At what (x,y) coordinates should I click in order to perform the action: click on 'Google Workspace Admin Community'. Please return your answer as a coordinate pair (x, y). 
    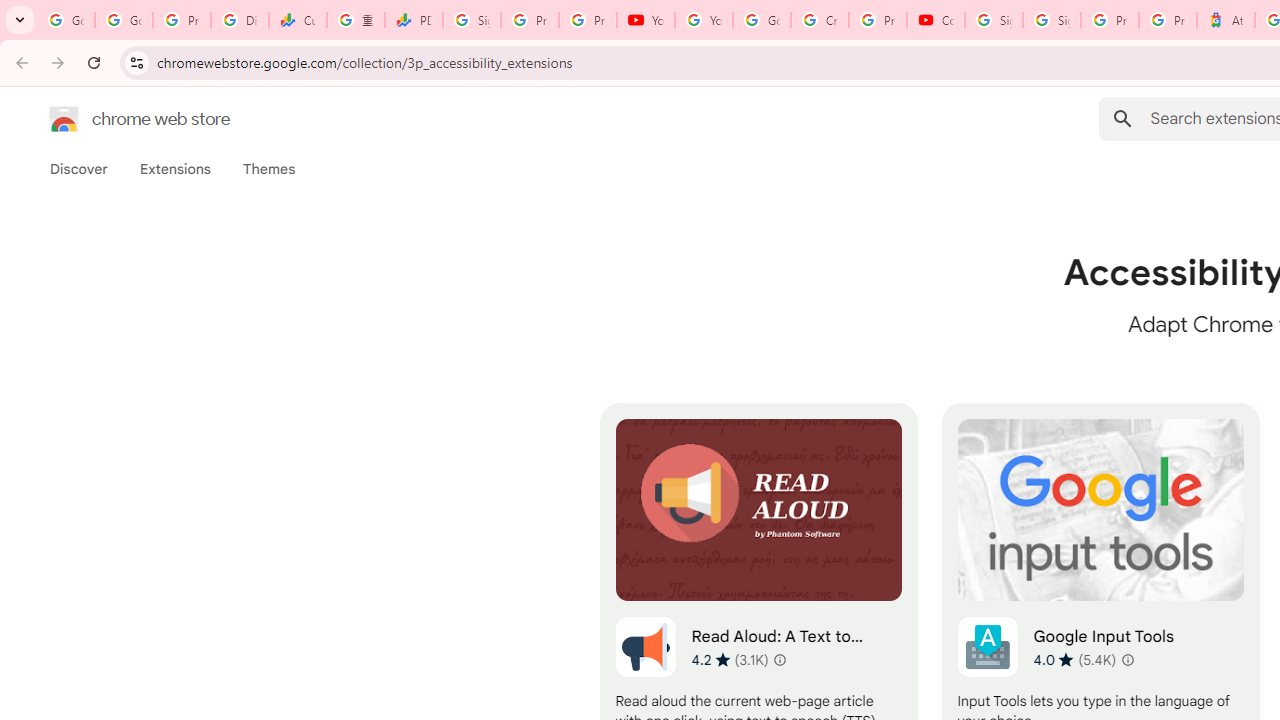
    Looking at the image, I should click on (65, 20).